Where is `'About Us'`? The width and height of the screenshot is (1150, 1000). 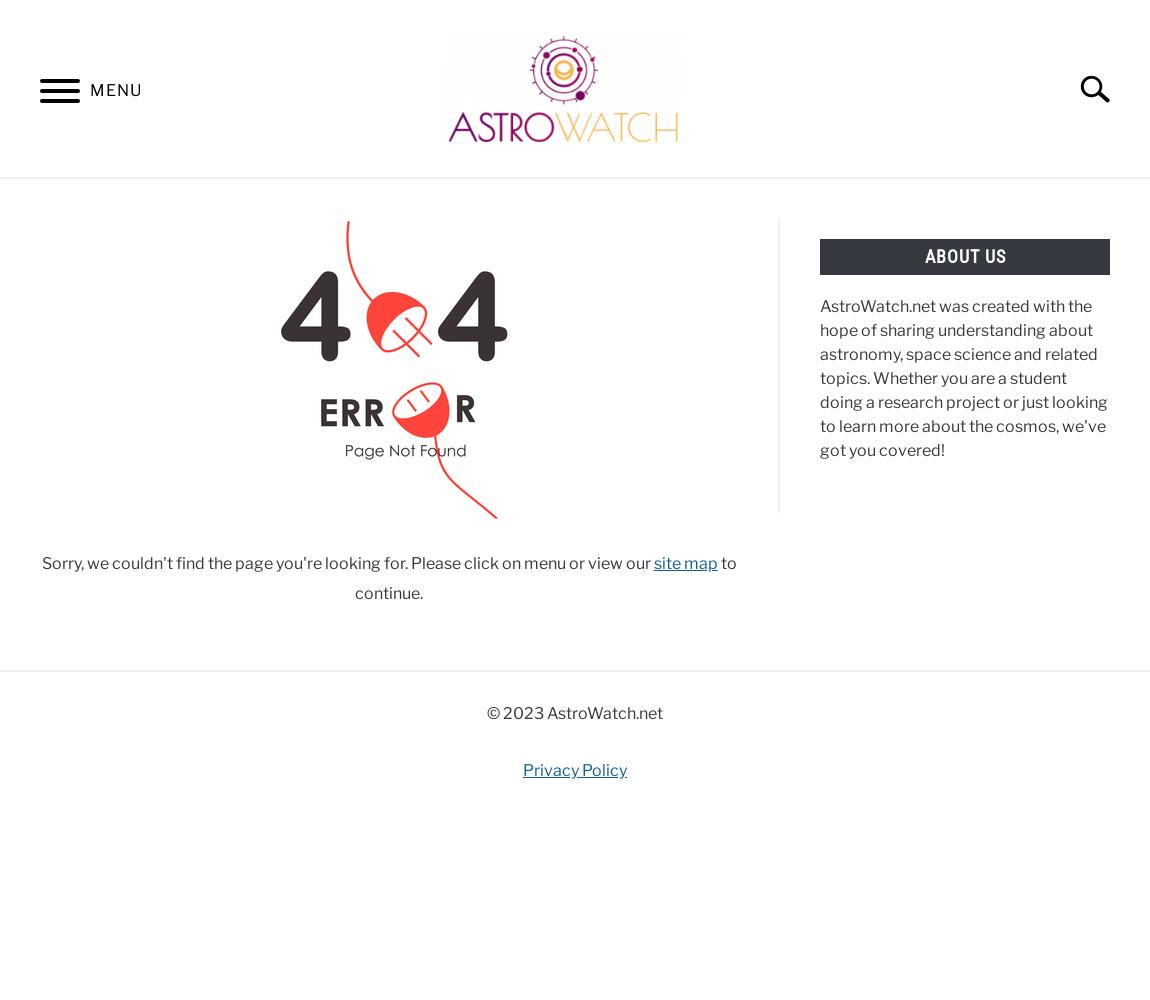
'About Us' is located at coordinates (964, 256).